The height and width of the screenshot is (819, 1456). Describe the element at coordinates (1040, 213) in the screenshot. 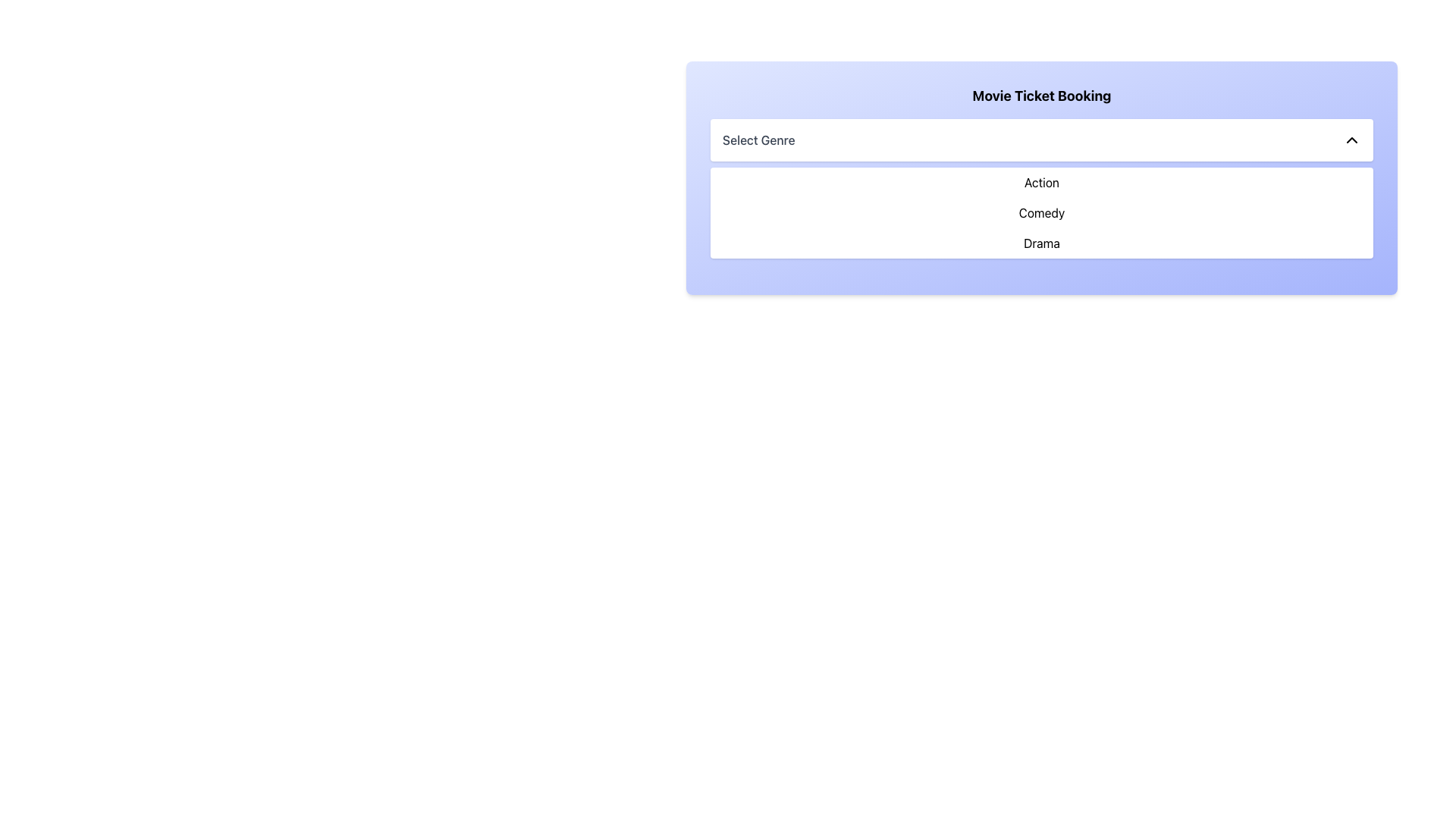

I see `the option in the drop-down menu located below the 'Select Genre' button` at that location.